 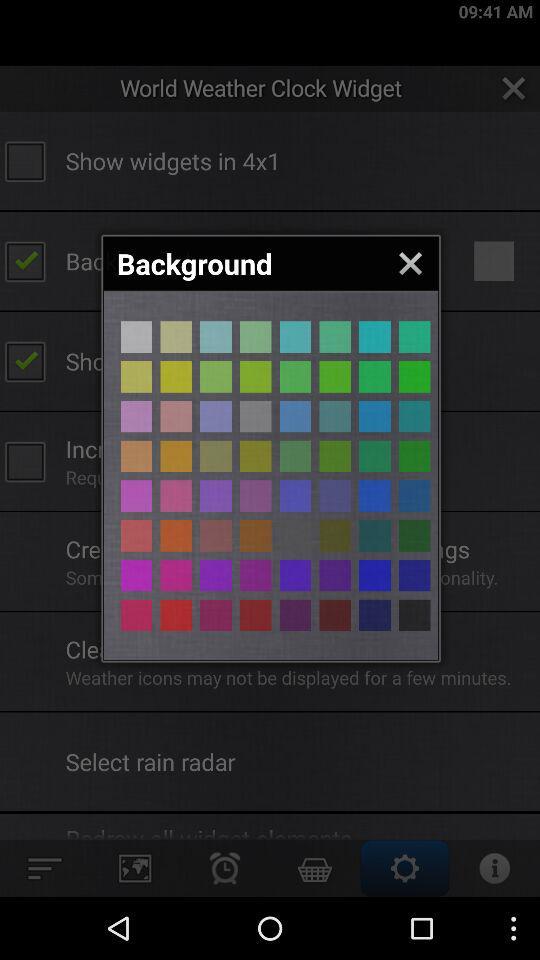 I want to click on color, so click(x=135, y=614).